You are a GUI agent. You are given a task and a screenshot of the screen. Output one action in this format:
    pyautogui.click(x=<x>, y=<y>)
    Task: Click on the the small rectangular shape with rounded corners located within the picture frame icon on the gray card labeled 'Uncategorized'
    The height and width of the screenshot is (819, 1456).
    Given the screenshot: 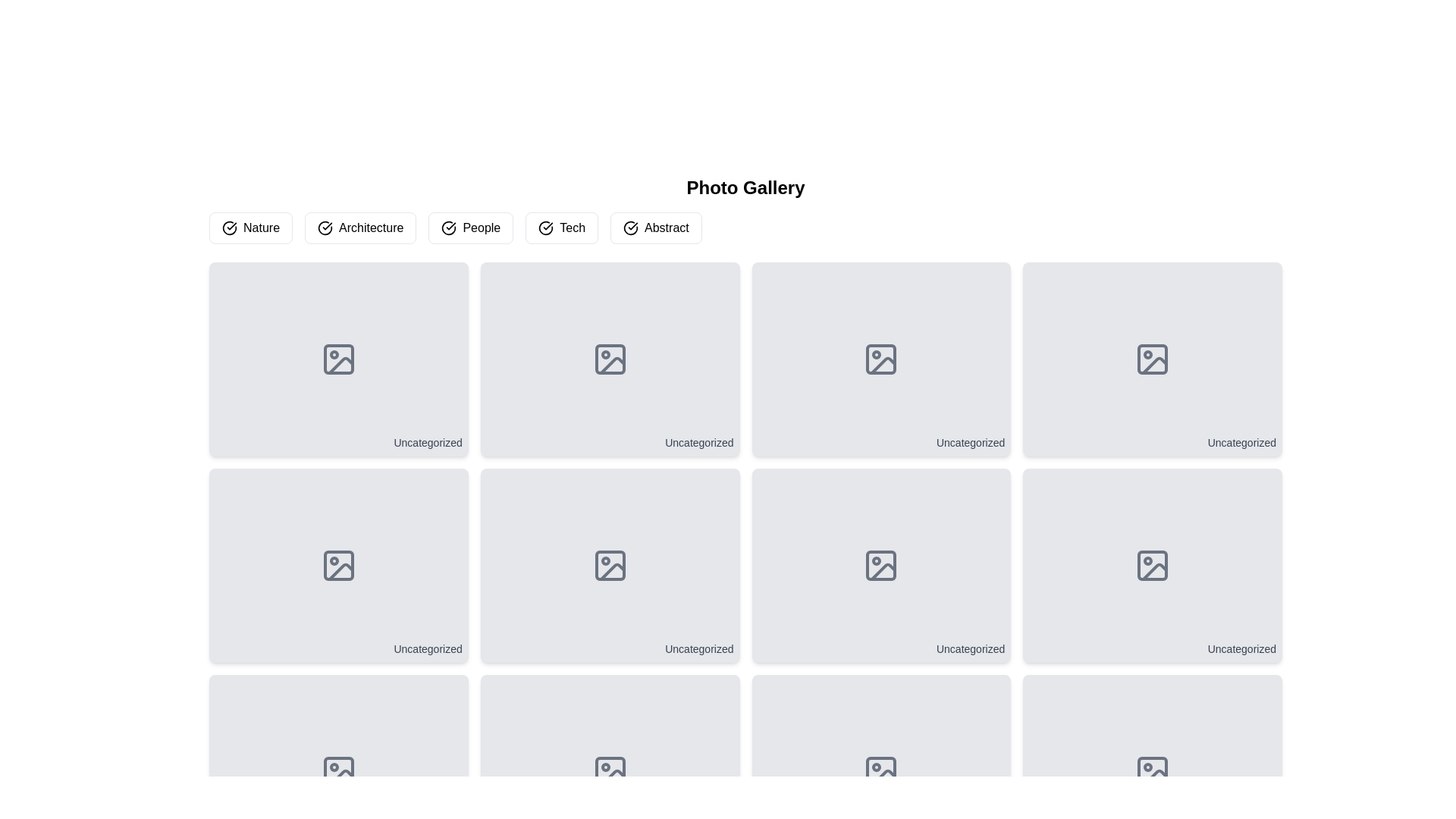 What is the action you would take?
    pyautogui.click(x=610, y=359)
    